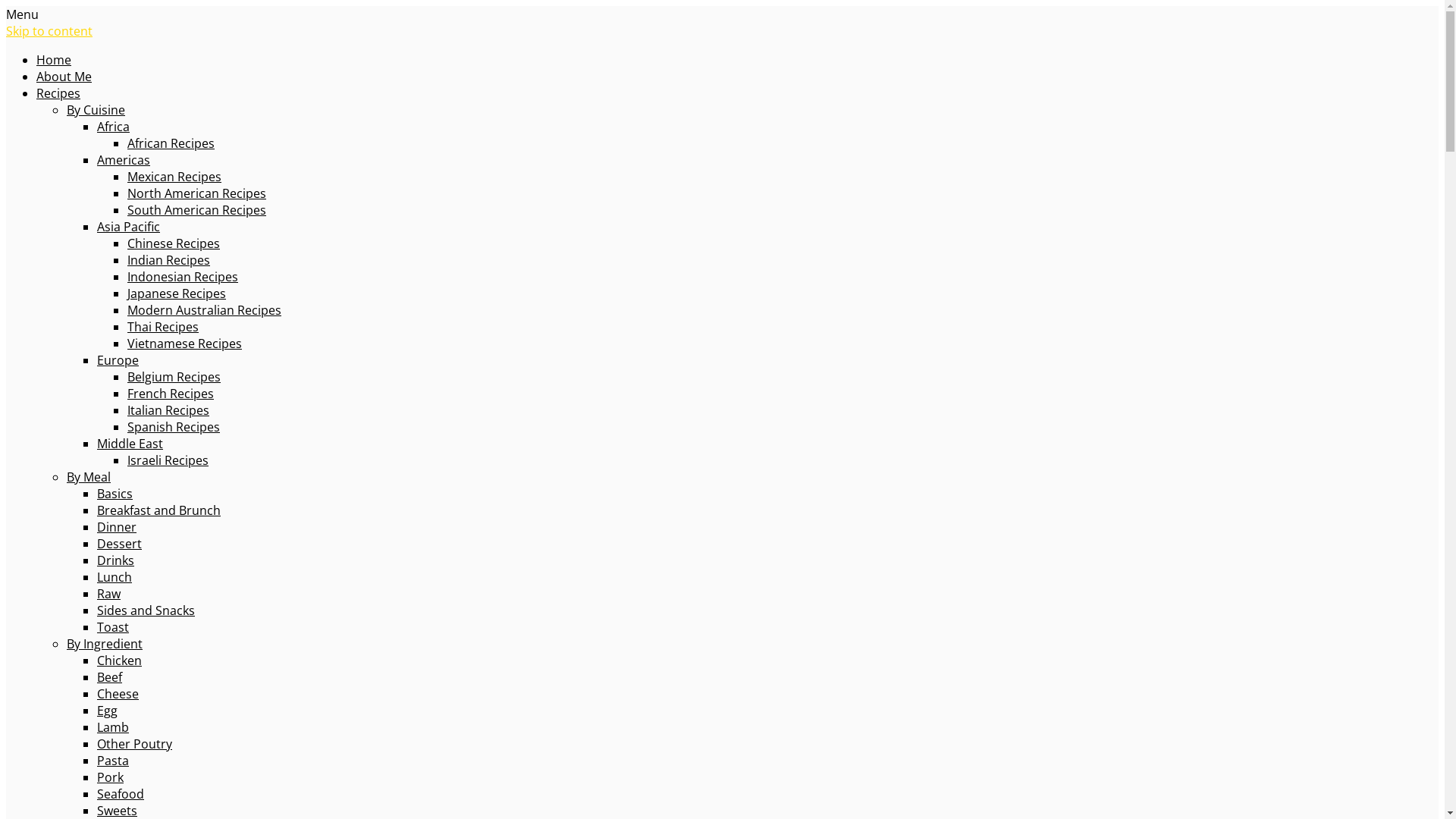 This screenshot has width=1456, height=819. What do you see at coordinates (128, 227) in the screenshot?
I see `'Asia Pacific'` at bounding box center [128, 227].